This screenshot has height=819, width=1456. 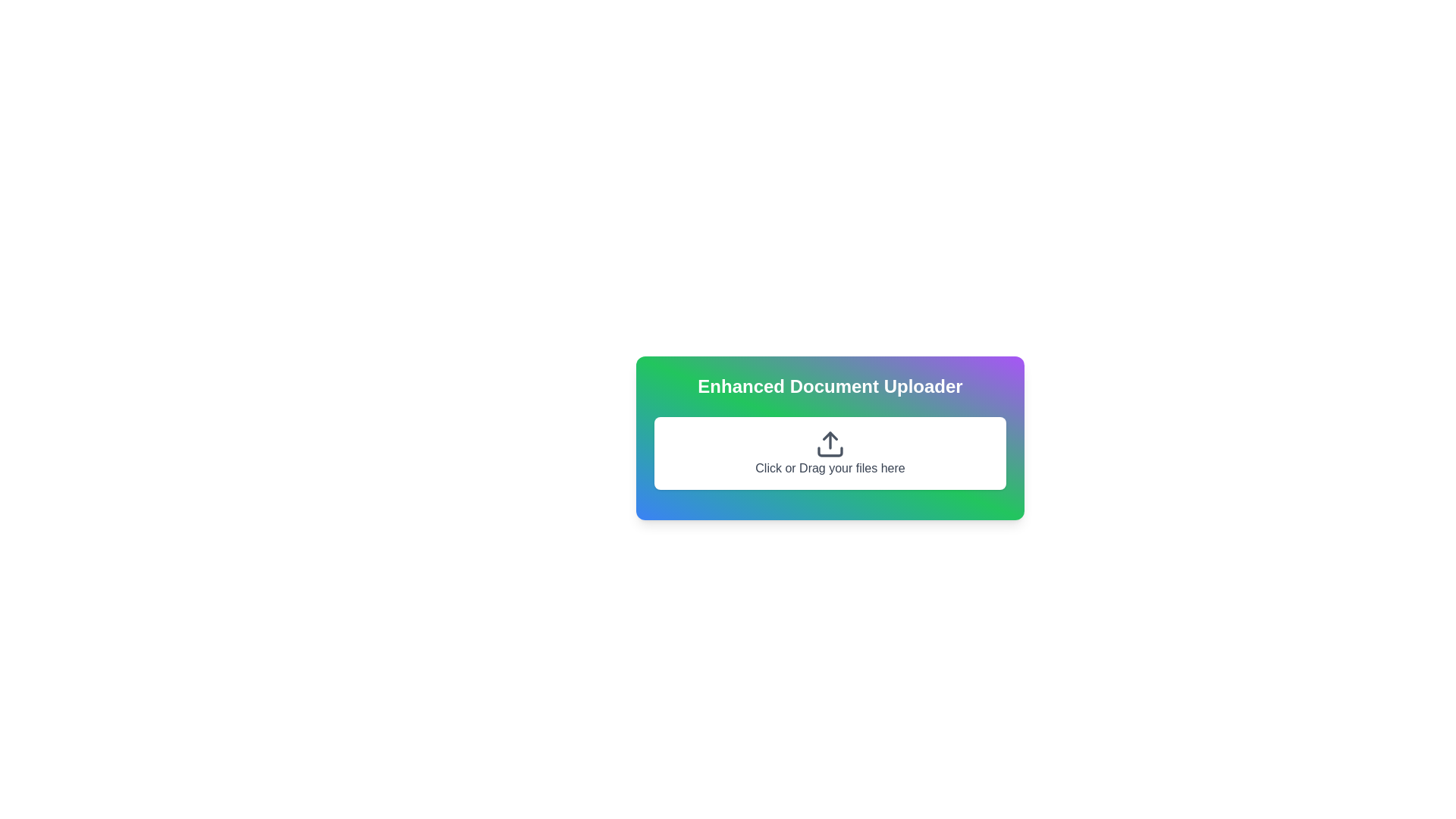 I want to click on the lower curved line of the upload icon in the SVG graphic, which is positioned below the arrowhead and centered horizontally within the icon, so click(x=829, y=451).